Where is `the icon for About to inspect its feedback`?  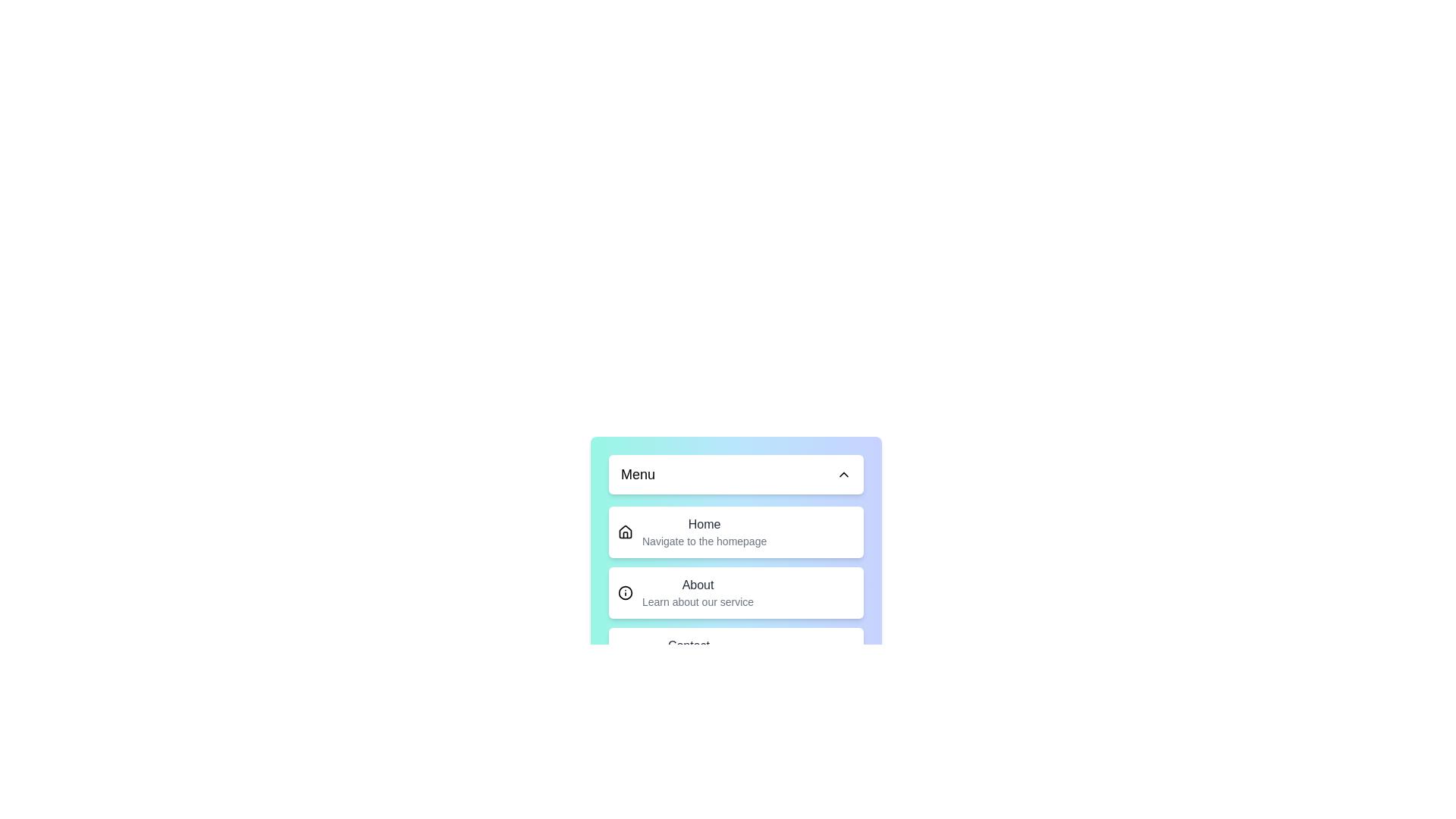 the icon for About to inspect its feedback is located at coordinates (626, 592).